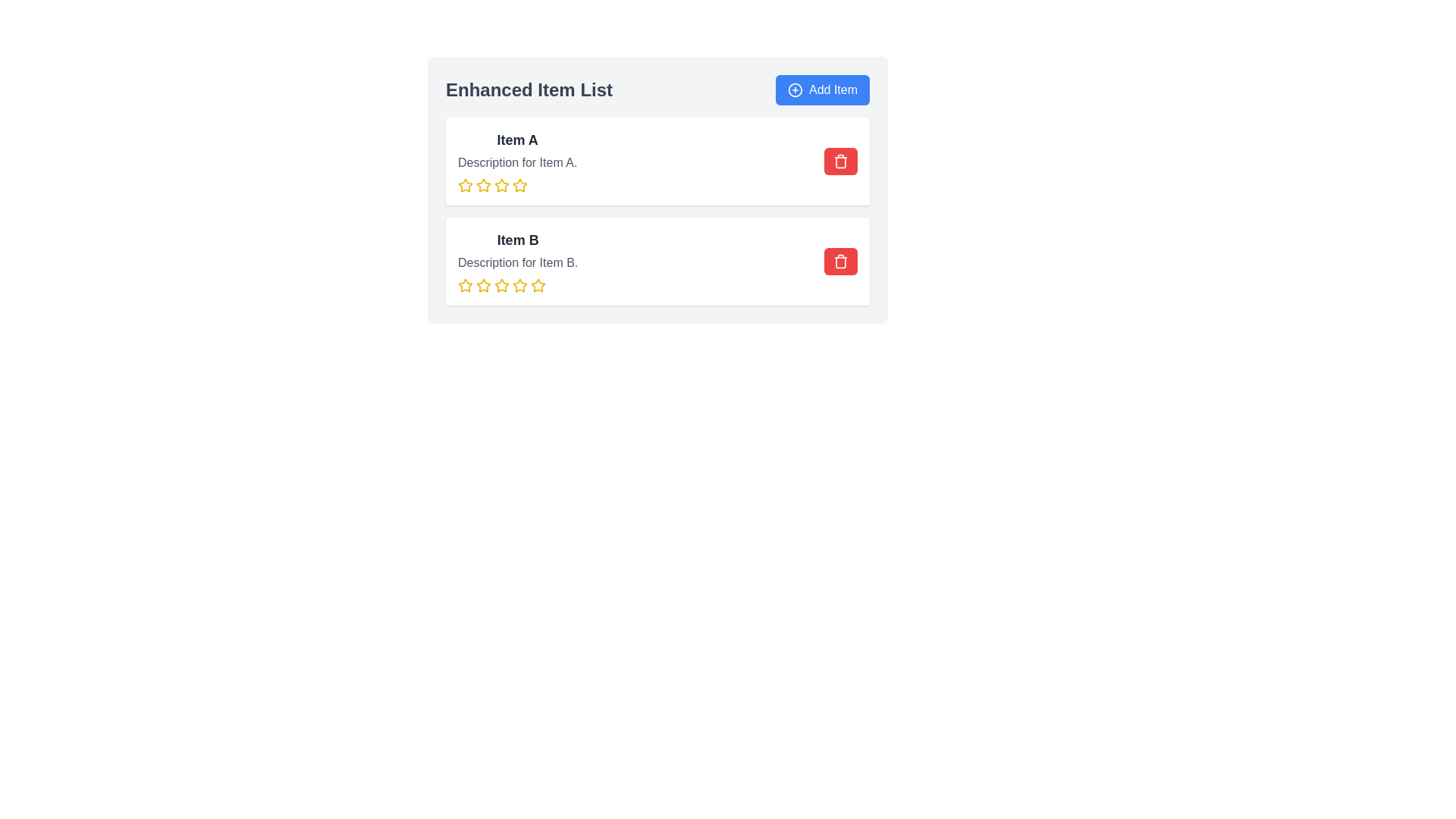 The image size is (1456, 819). What do you see at coordinates (518, 262) in the screenshot?
I see `static text content that displays 'Description for Item B.' located beneath the heading 'Item B' and above a row of star icons in the second card` at bounding box center [518, 262].